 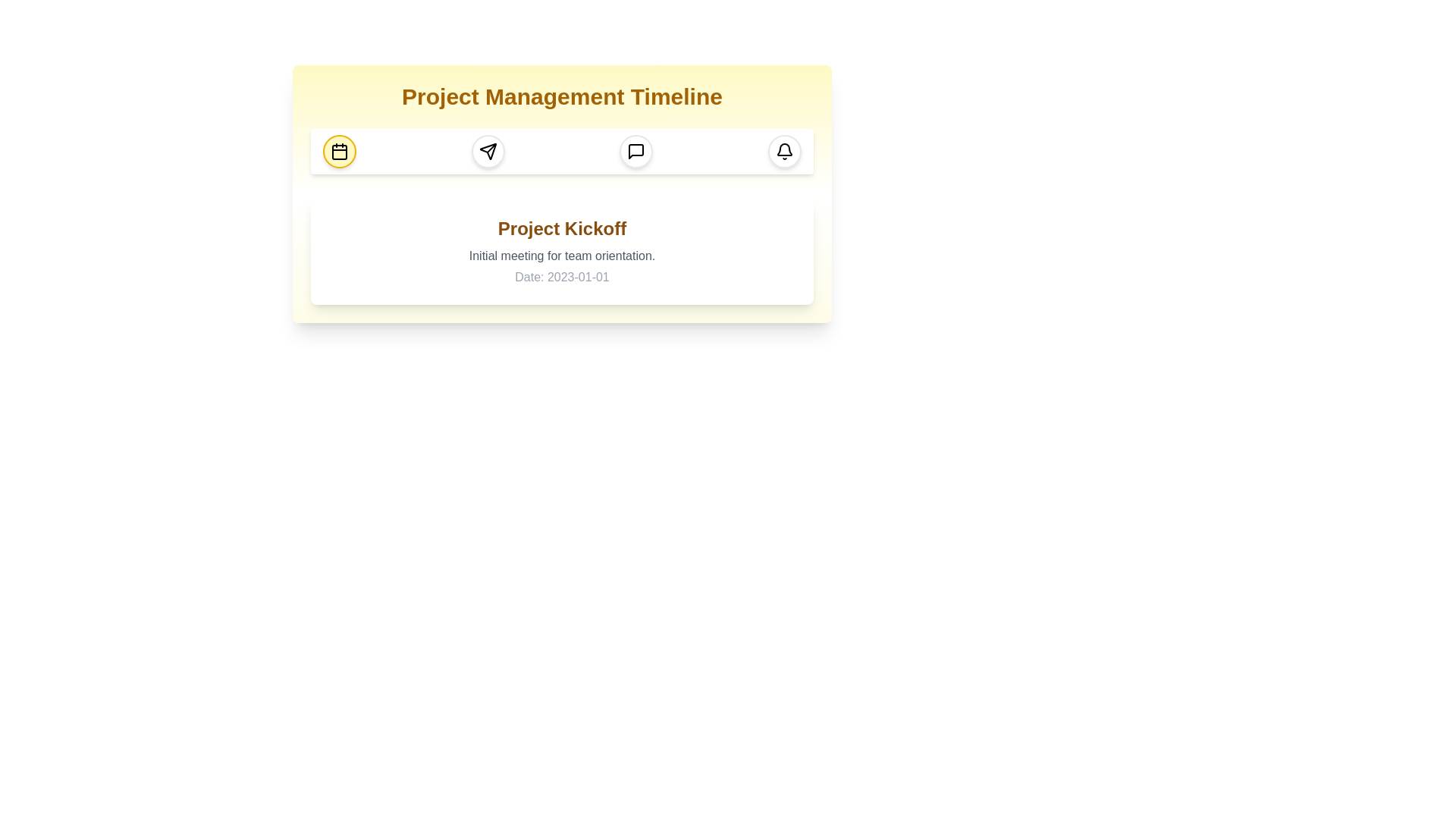 I want to click on the speech bubble icon in the top-right section of the interface under 'Project Management Timeline', so click(x=636, y=152).